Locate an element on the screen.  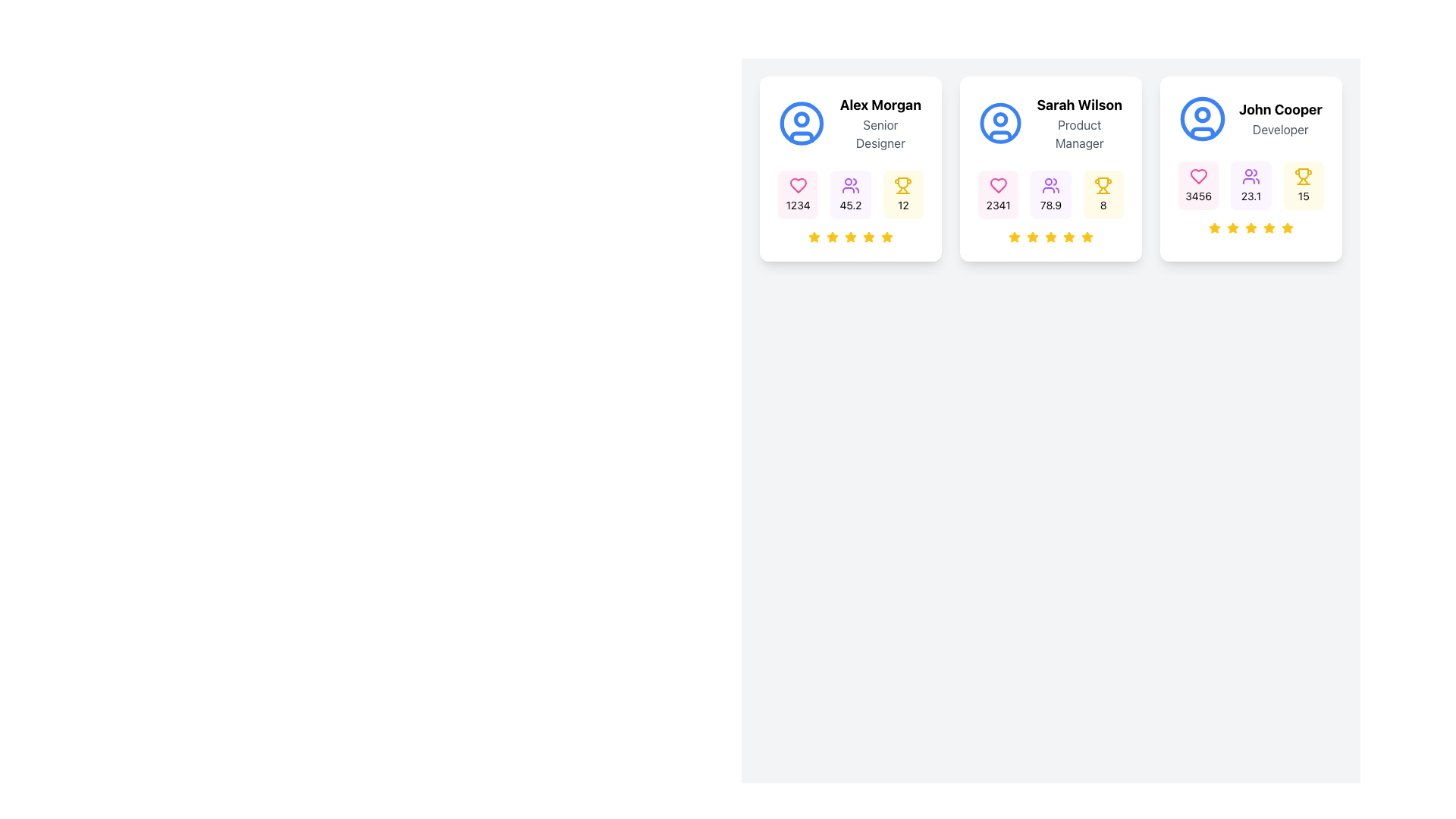
the second star icon in the rating system located below the name and title of 'Sarah Wilson.' is located at coordinates (1032, 237).